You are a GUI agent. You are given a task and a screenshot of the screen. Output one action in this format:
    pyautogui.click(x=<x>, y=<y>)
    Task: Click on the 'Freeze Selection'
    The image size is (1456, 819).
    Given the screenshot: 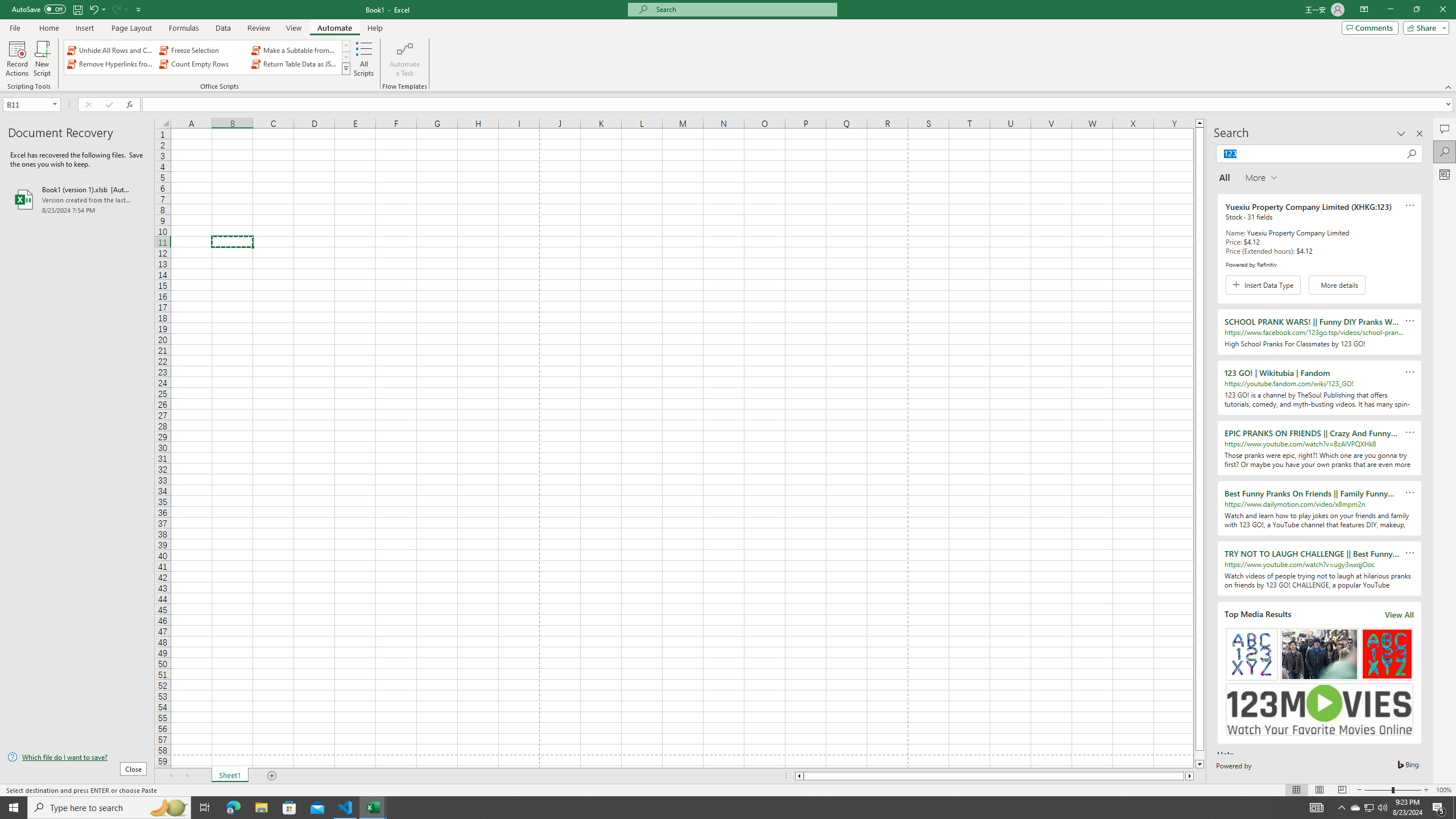 What is the action you would take?
    pyautogui.click(x=202, y=50)
    